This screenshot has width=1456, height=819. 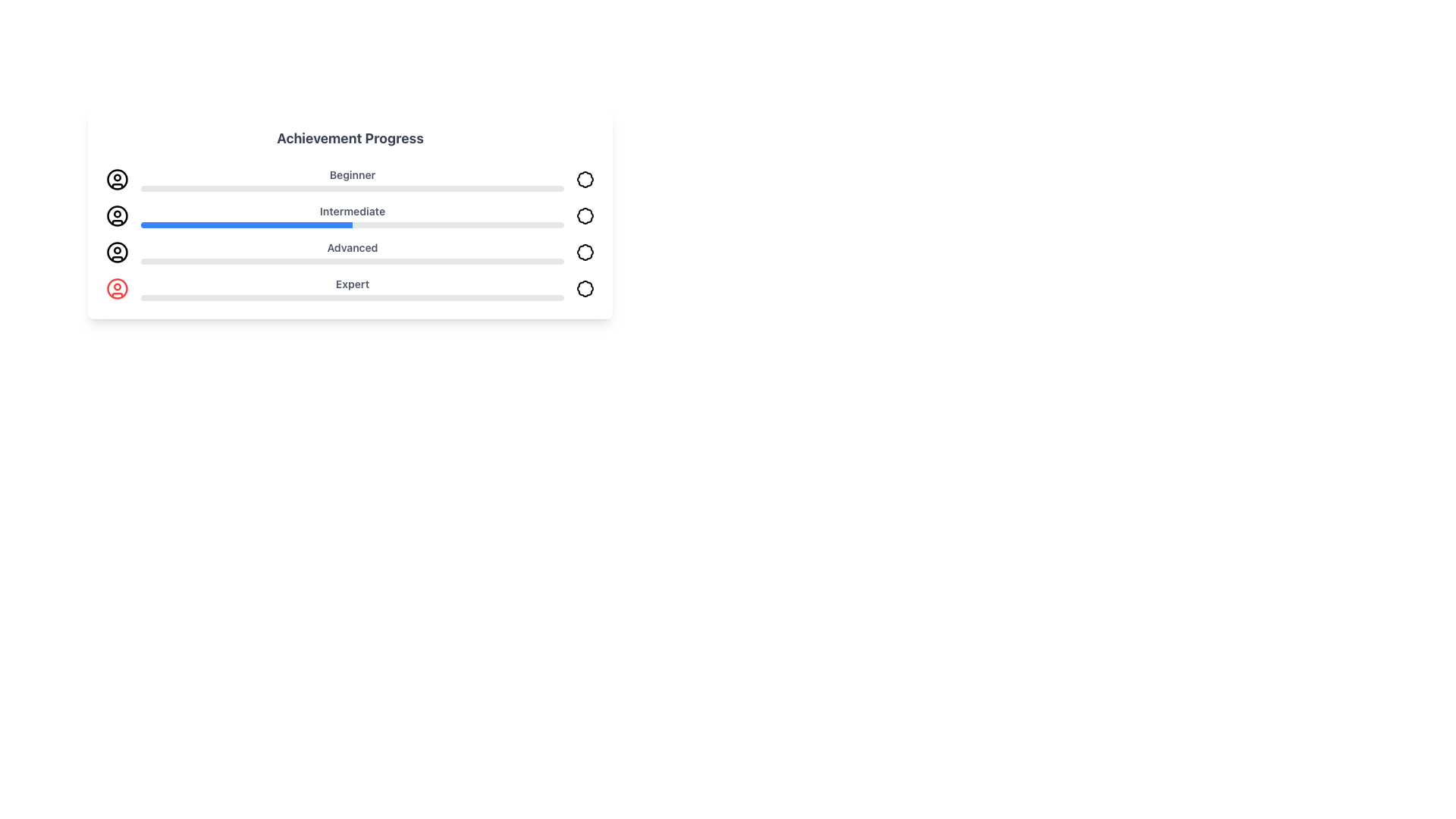 What do you see at coordinates (585, 289) in the screenshot?
I see `the Decorative Icon related to the 'Expert' row in the Achievement Progress interface, which is a scalloped edged icon positioned at the bottom right corner` at bounding box center [585, 289].